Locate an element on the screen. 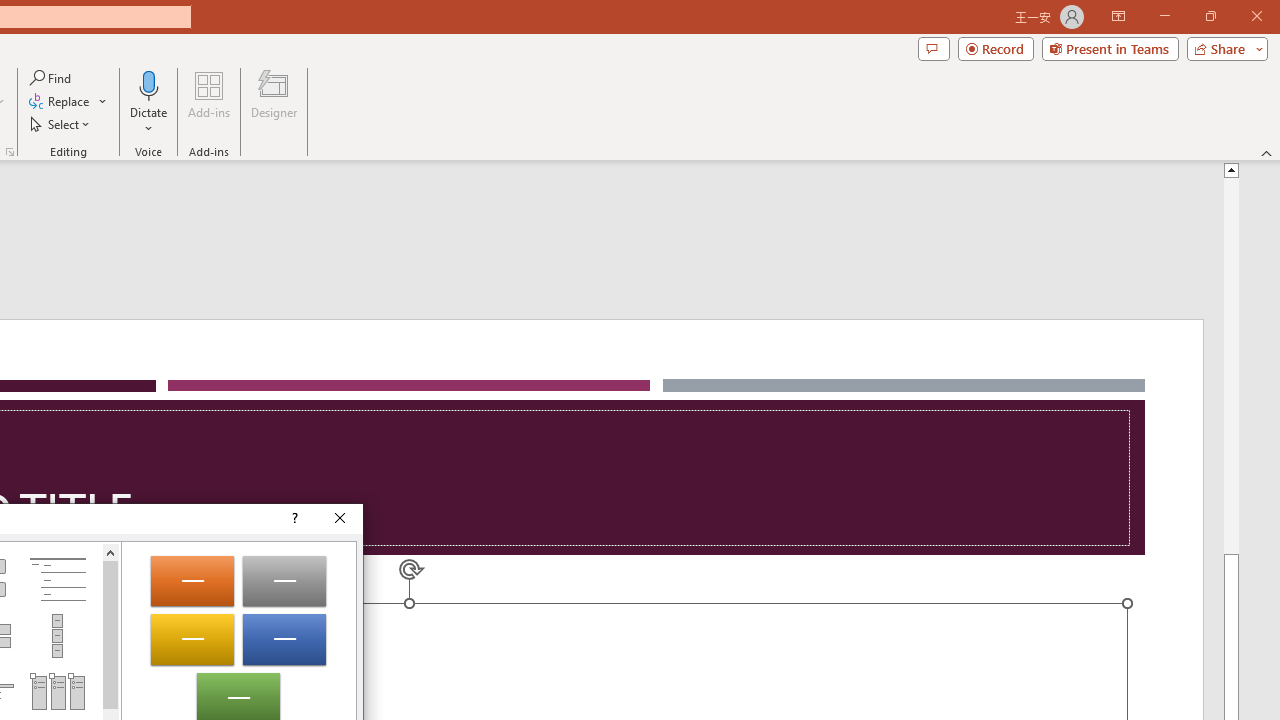 This screenshot has height=720, width=1280. 'Present in Teams' is located at coordinates (1109, 47).